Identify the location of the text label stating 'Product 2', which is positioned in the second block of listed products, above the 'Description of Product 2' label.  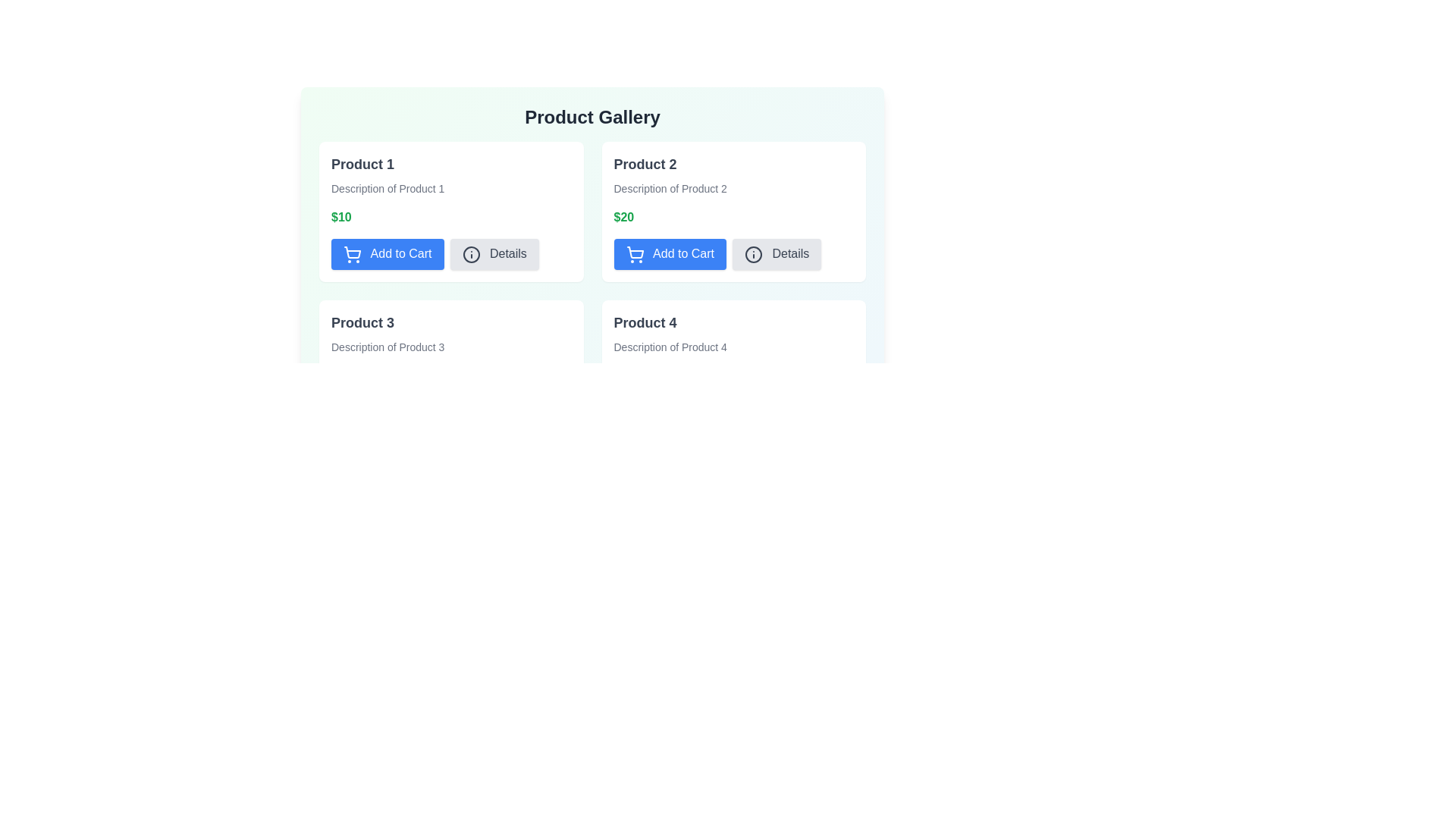
(645, 164).